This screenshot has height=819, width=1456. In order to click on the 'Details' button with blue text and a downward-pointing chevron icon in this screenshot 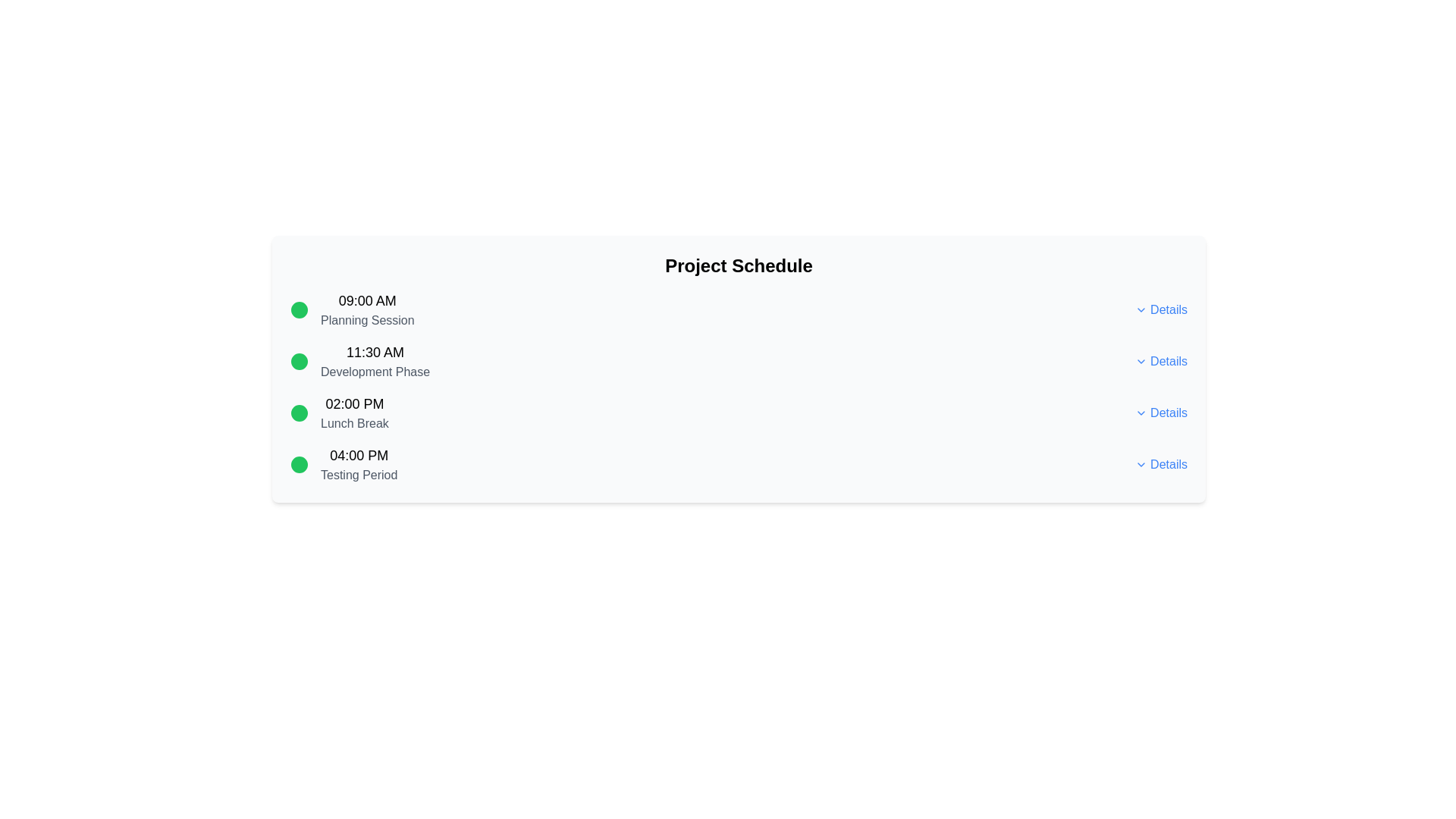, I will do `click(1160, 464)`.